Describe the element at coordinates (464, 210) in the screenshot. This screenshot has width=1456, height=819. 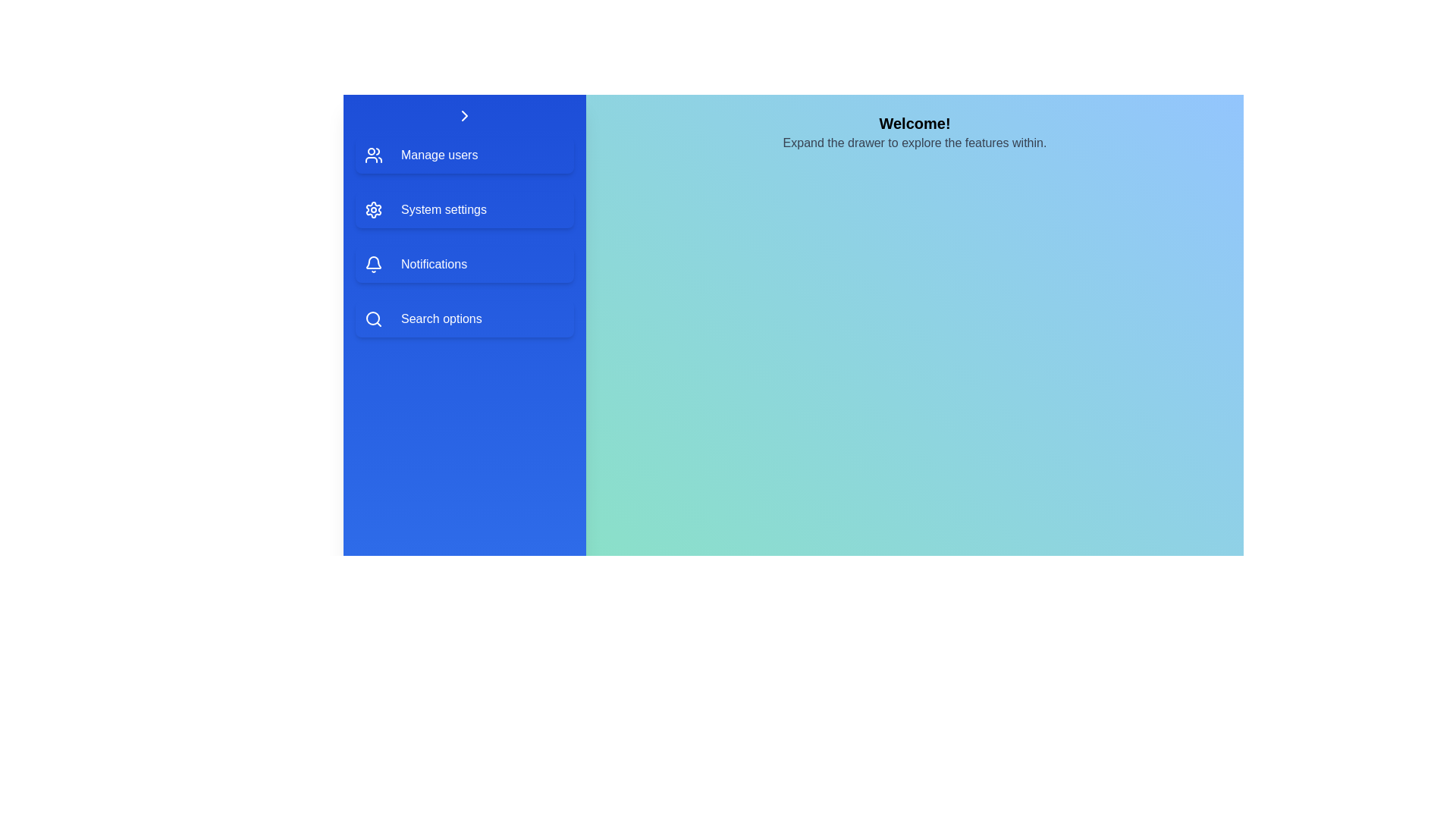
I see `the menu item System settings to preview its interaction` at that location.